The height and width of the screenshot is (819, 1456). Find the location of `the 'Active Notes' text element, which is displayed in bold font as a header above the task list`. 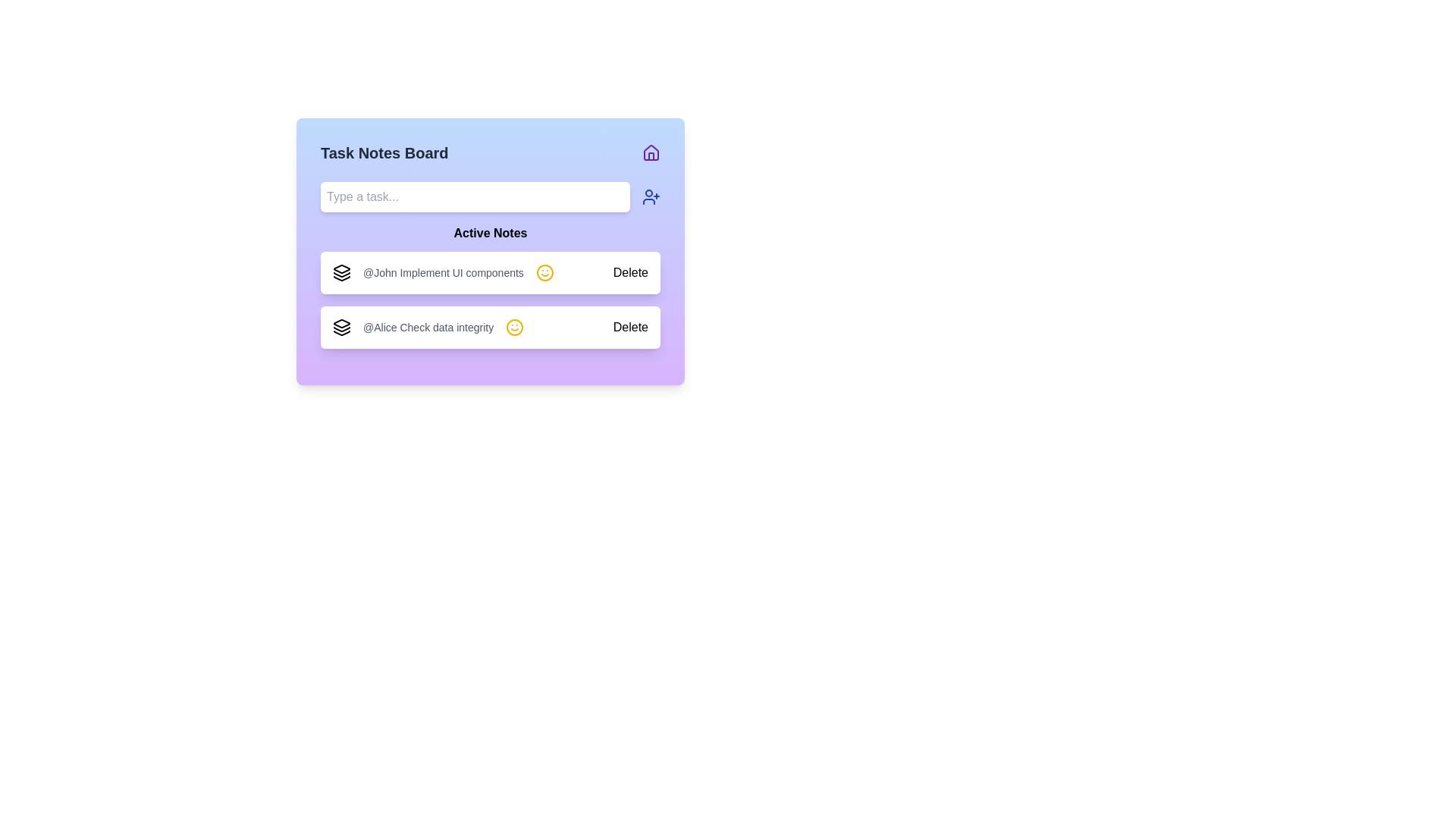

the 'Active Notes' text element, which is displayed in bold font as a header above the task list is located at coordinates (491, 234).